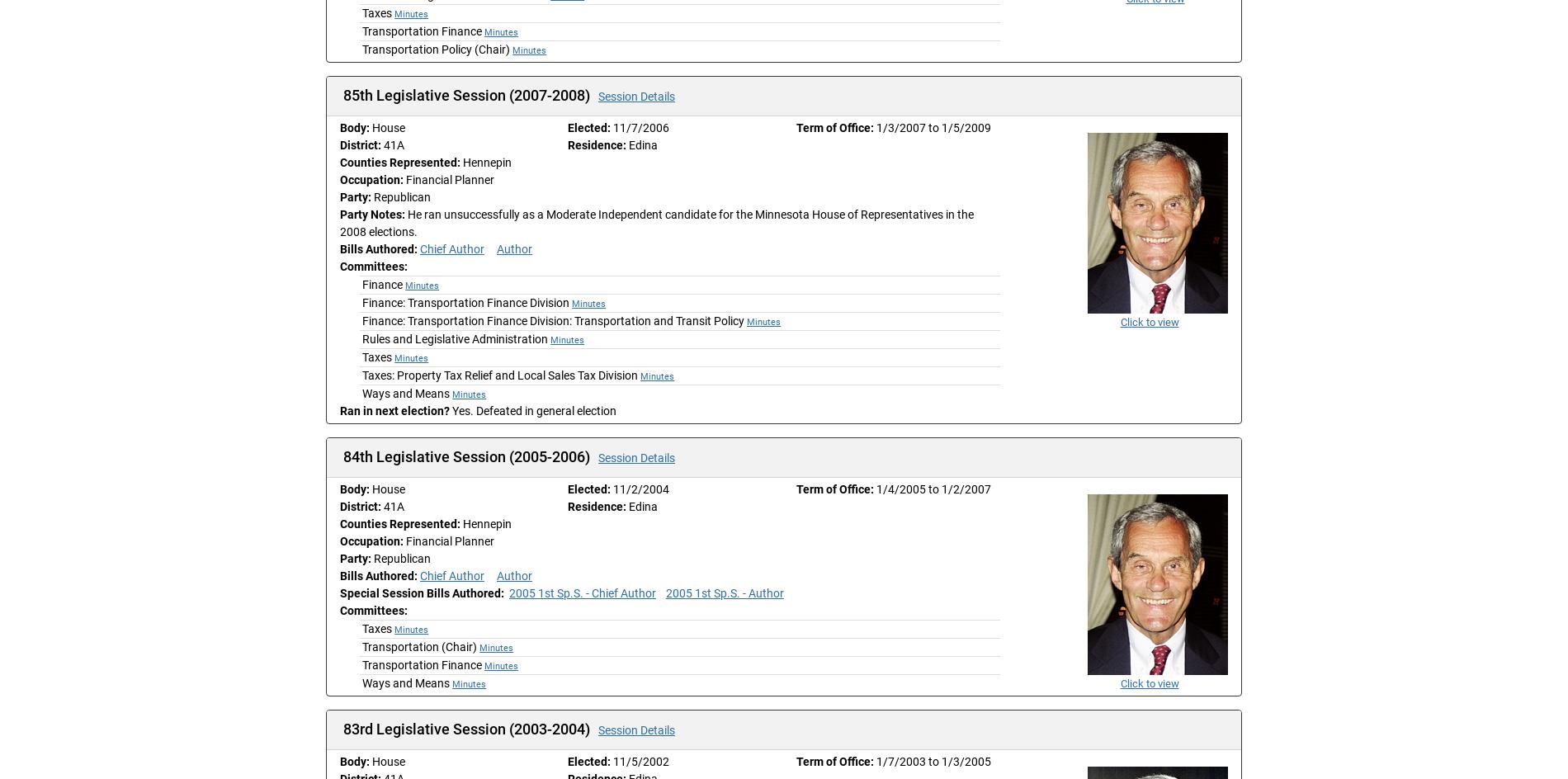 This screenshot has height=779, width=1568. I want to click on 'Yes. Defeated in general election', so click(533, 410).